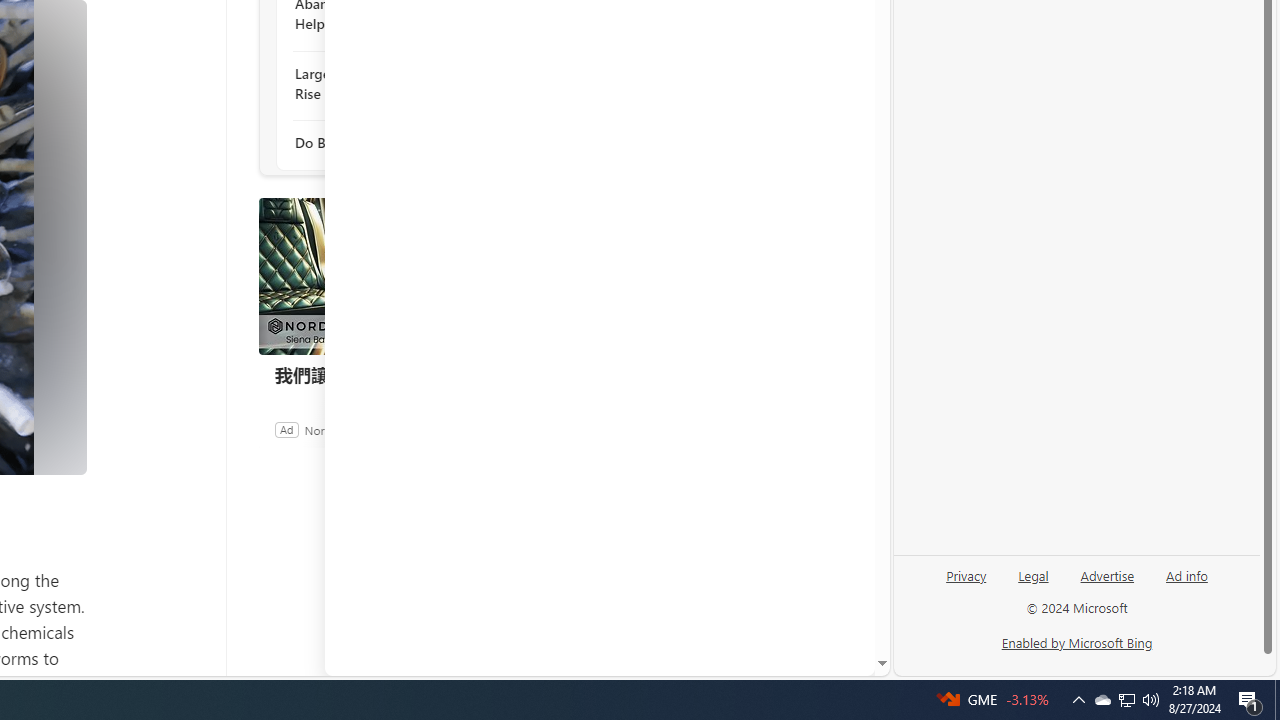 The width and height of the screenshot is (1280, 720). I want to click on 'Privacy', so click(966, 574).